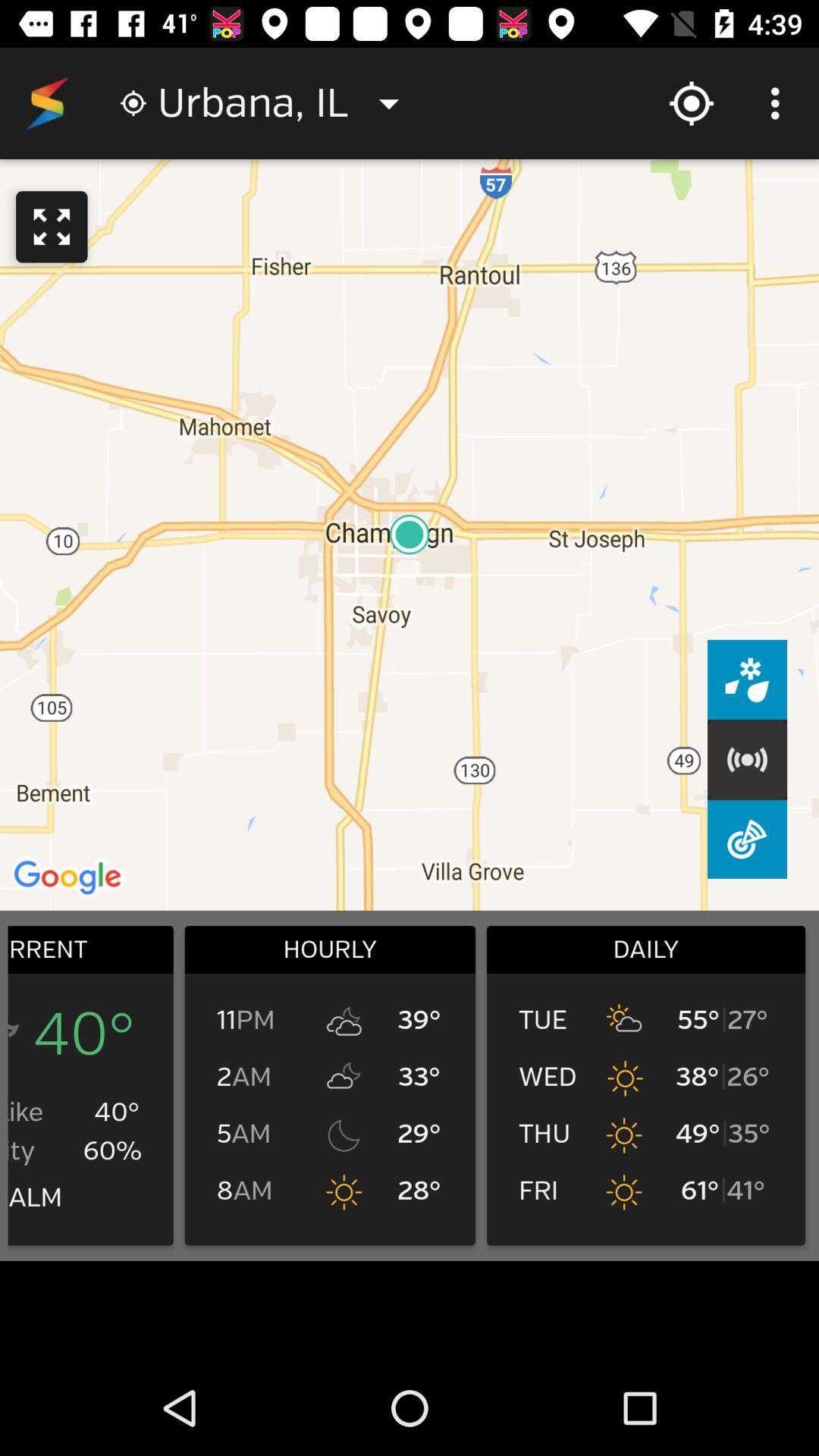 This screenshot has width=819, height=1456. What do you see at coordinates (646, 1084) in the screenshot?
I see `list right to hourly box` at bounding box center [646, 1084].